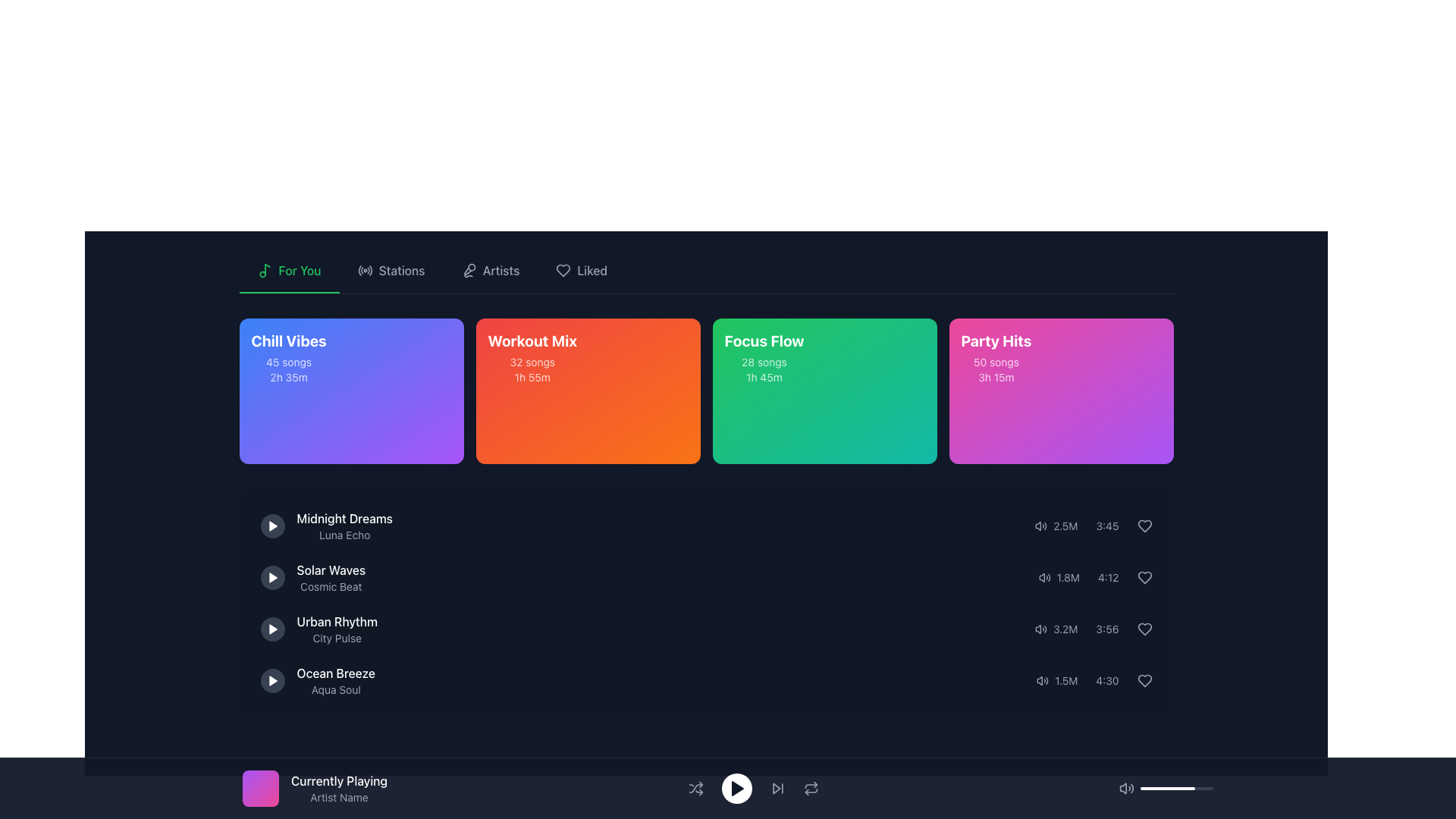  I want to click on the 'For You' text label element in the navigation bar, which is displayed in green on a dark background and is the second item from the left, so click(300, 270).